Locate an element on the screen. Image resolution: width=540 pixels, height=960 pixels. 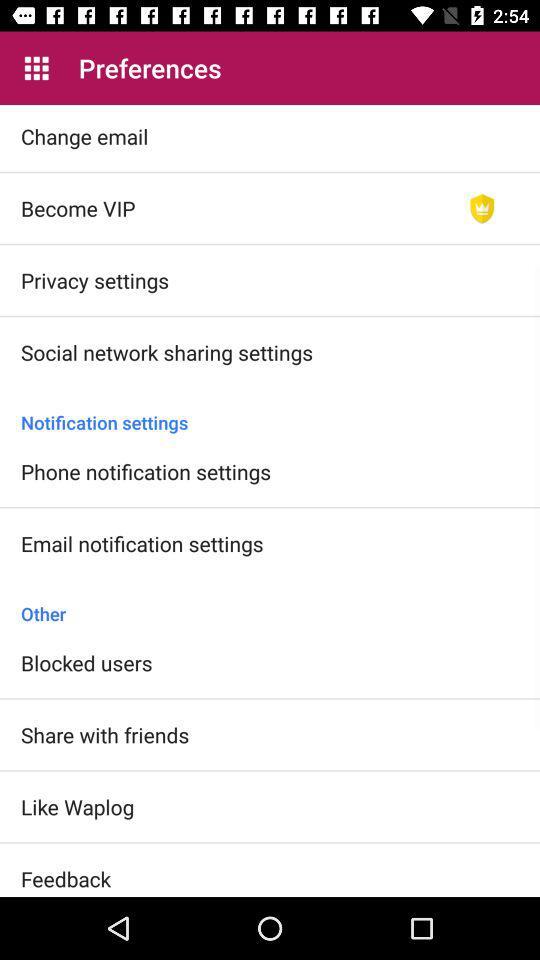
item to the right of become vip item is located at coordinates (481, 208).